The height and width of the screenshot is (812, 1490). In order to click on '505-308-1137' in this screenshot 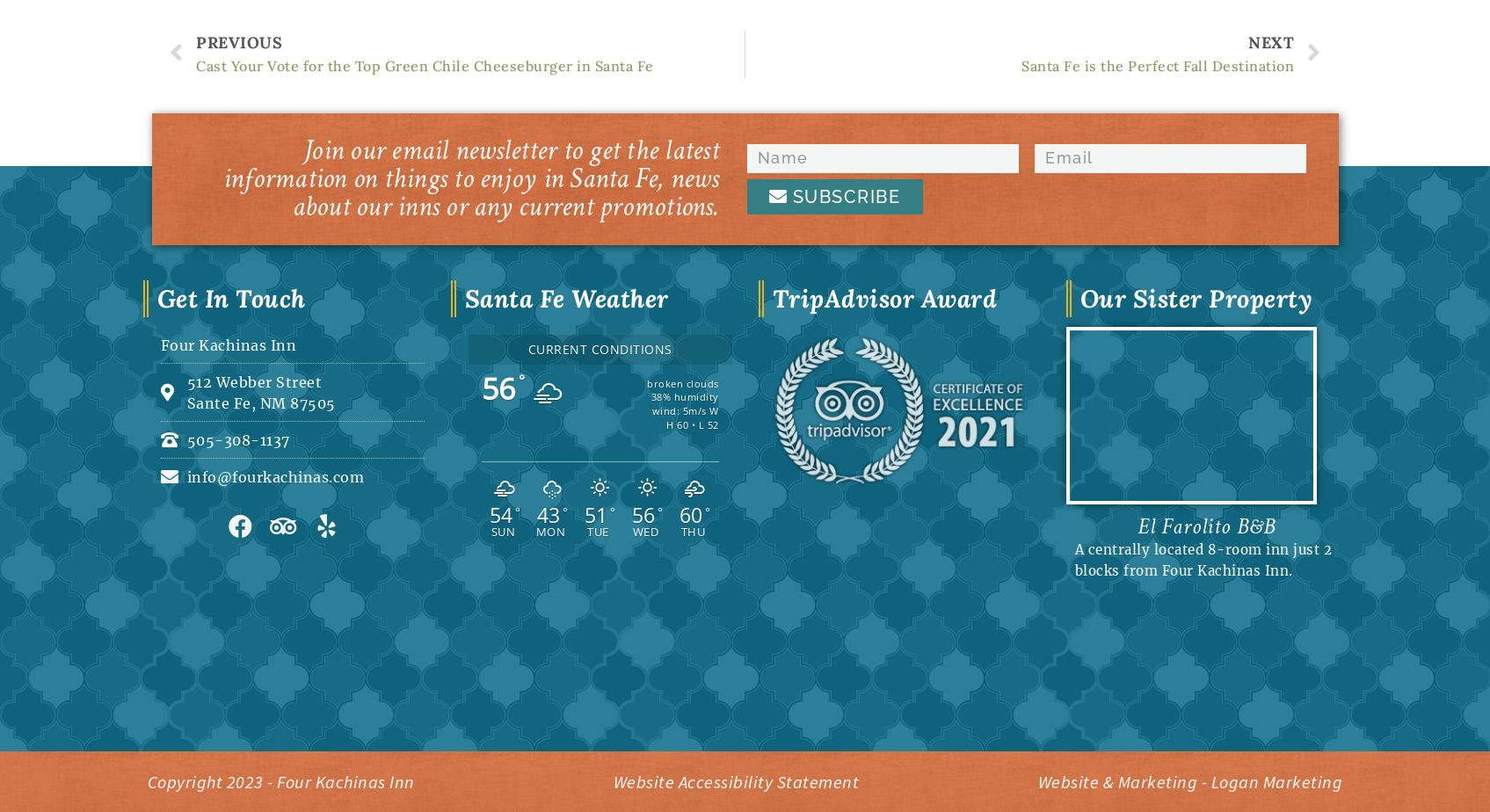, I will do `click(237, 438)`.